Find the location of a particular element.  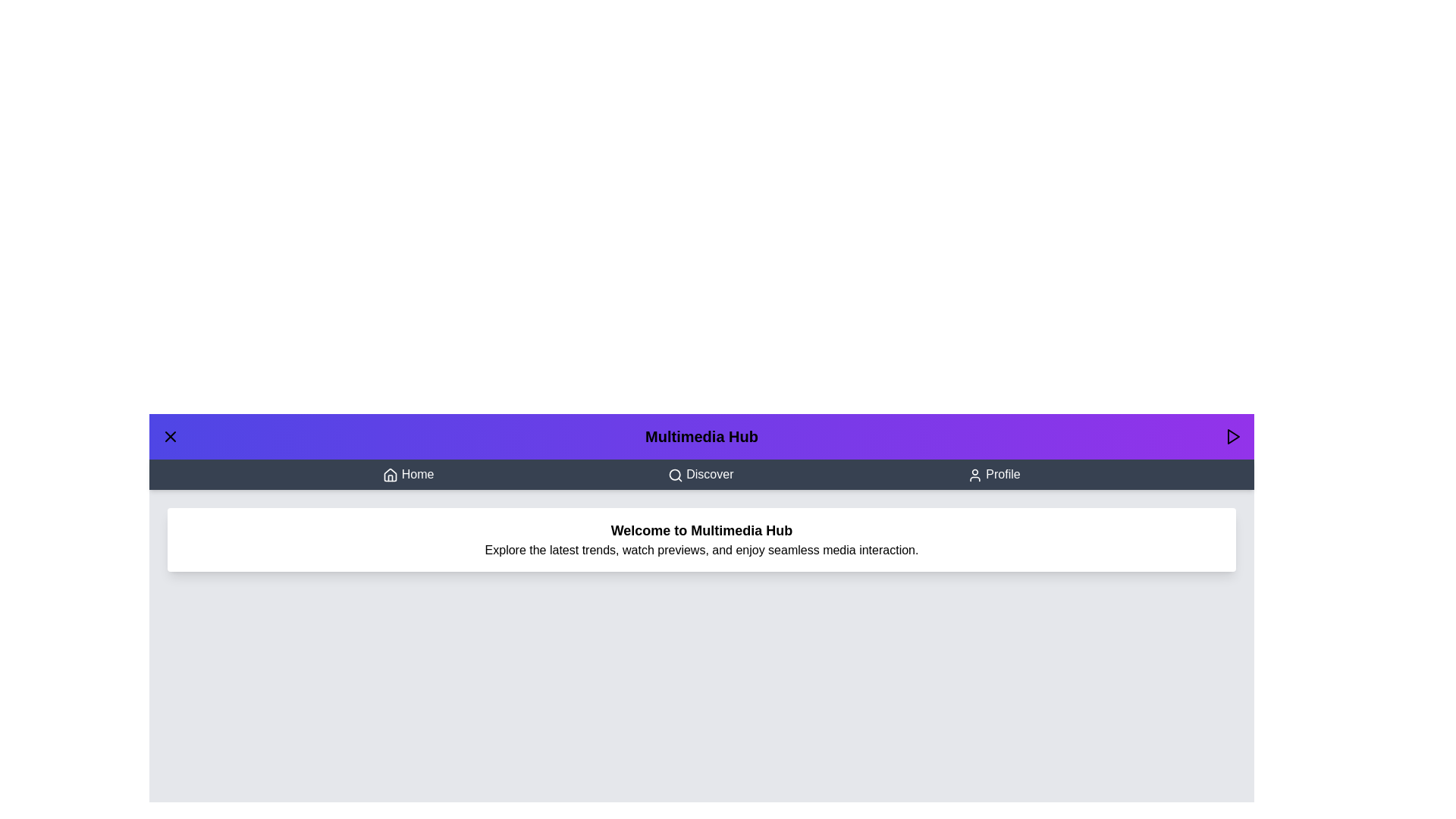

the play/pause button to toggle the media state is located at coordinates (1233, 436).